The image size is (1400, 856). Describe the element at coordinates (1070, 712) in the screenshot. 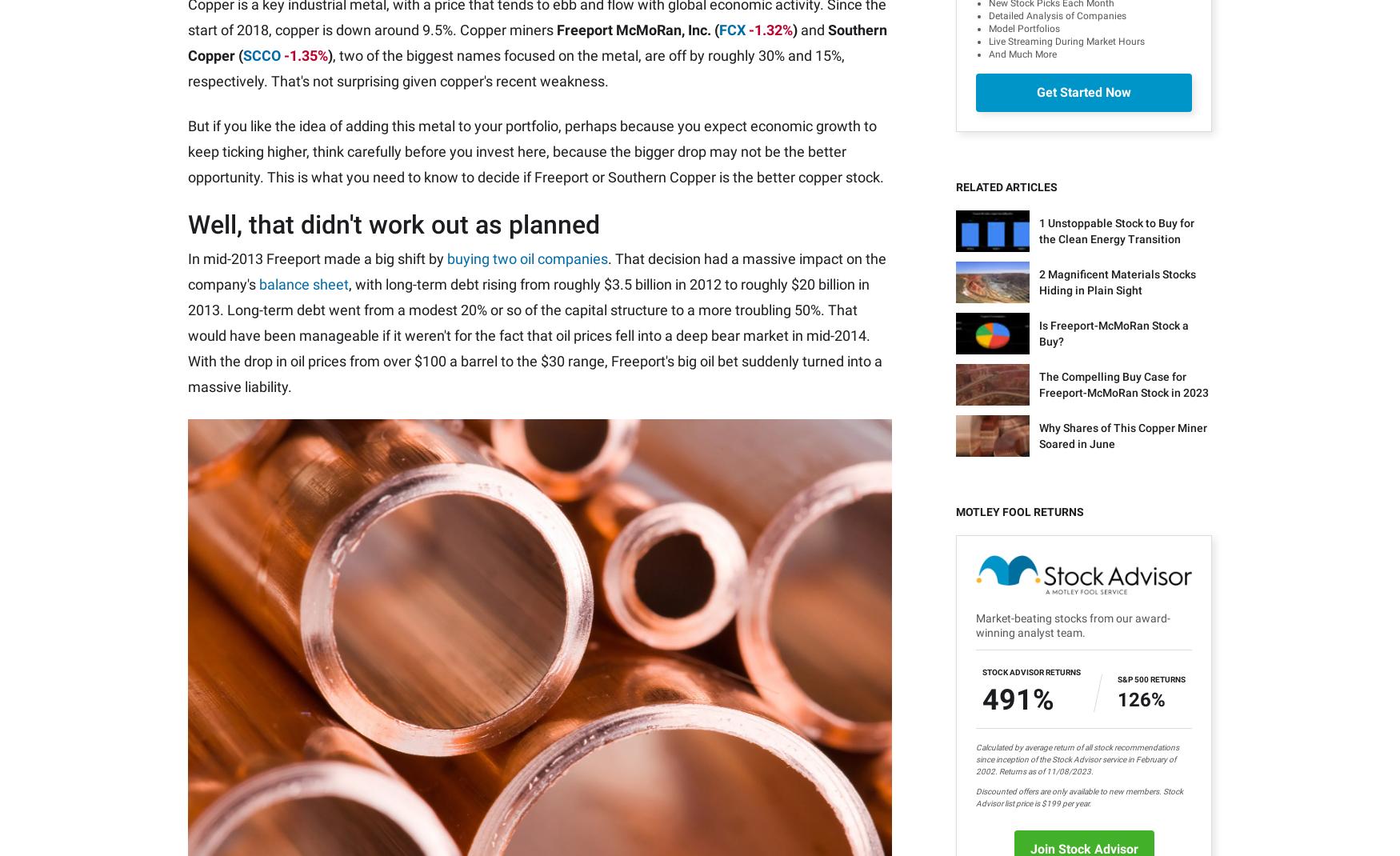

I see `'1623 Capital'` at that location.